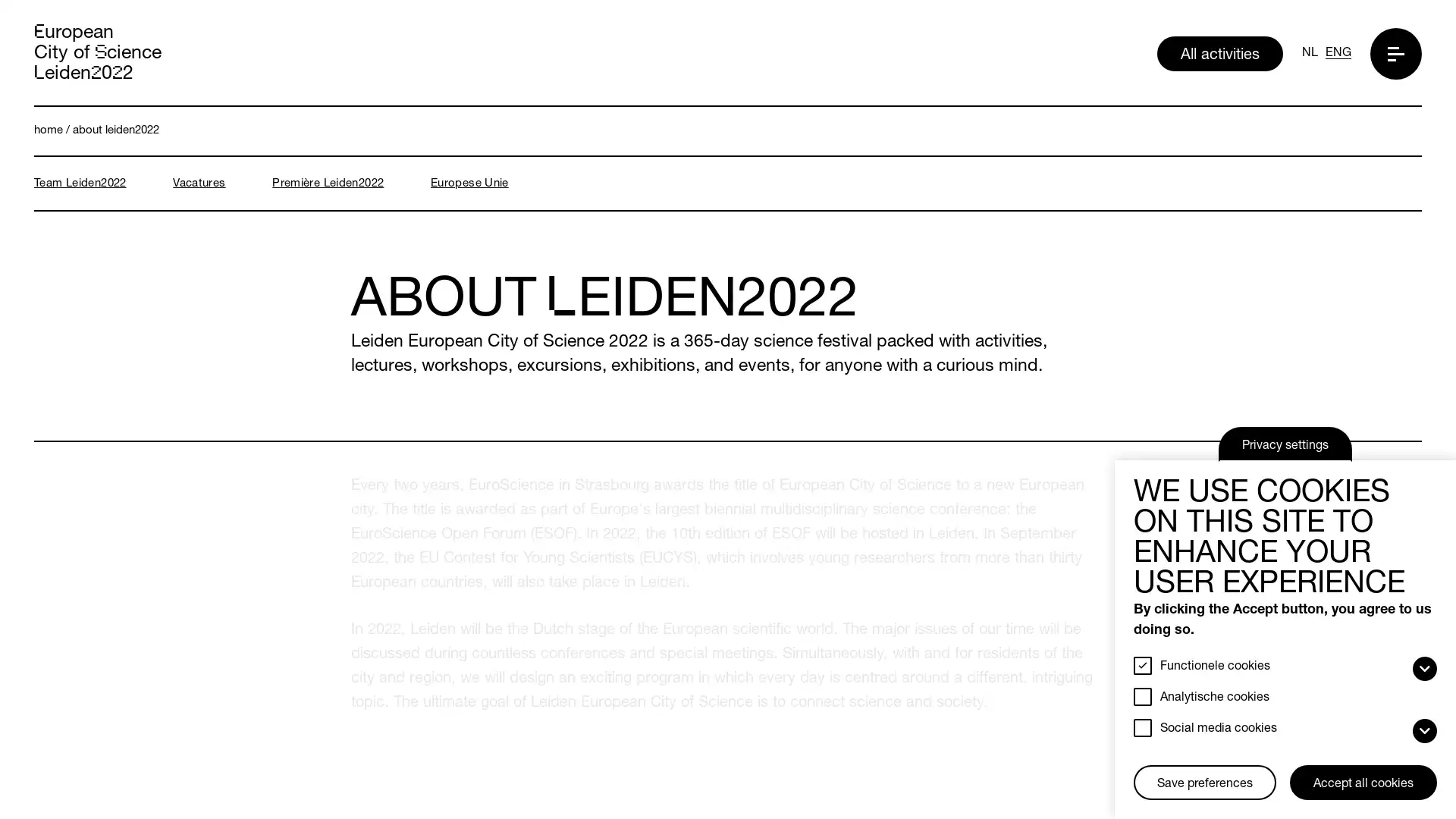 The image size is (1456, 819). Describe the element at coordinates (1139, 767) in the screenshot. I see `Withdraw consent` at that location.